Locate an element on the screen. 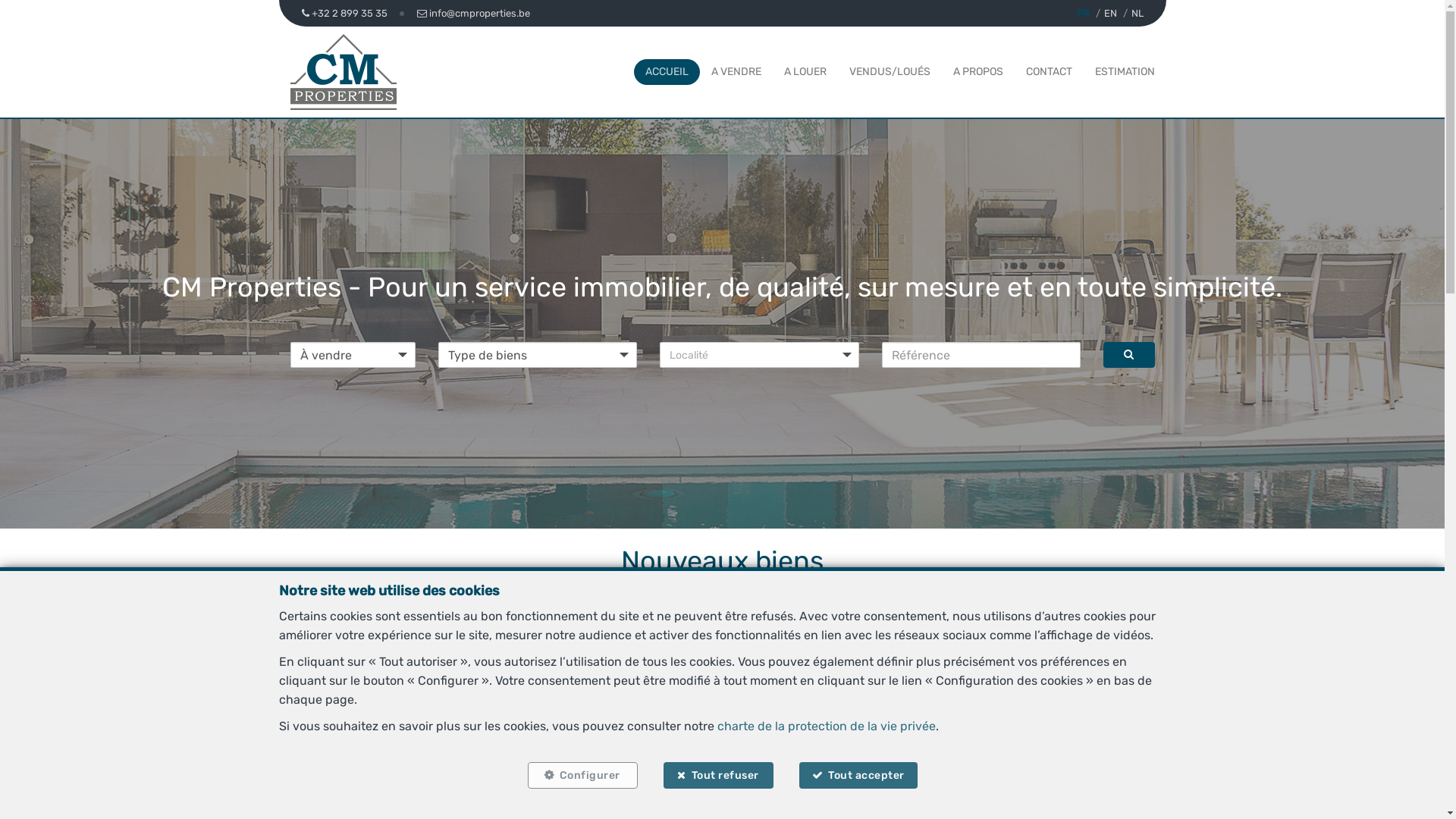  'EN' is located at coordinates (1110, 13).